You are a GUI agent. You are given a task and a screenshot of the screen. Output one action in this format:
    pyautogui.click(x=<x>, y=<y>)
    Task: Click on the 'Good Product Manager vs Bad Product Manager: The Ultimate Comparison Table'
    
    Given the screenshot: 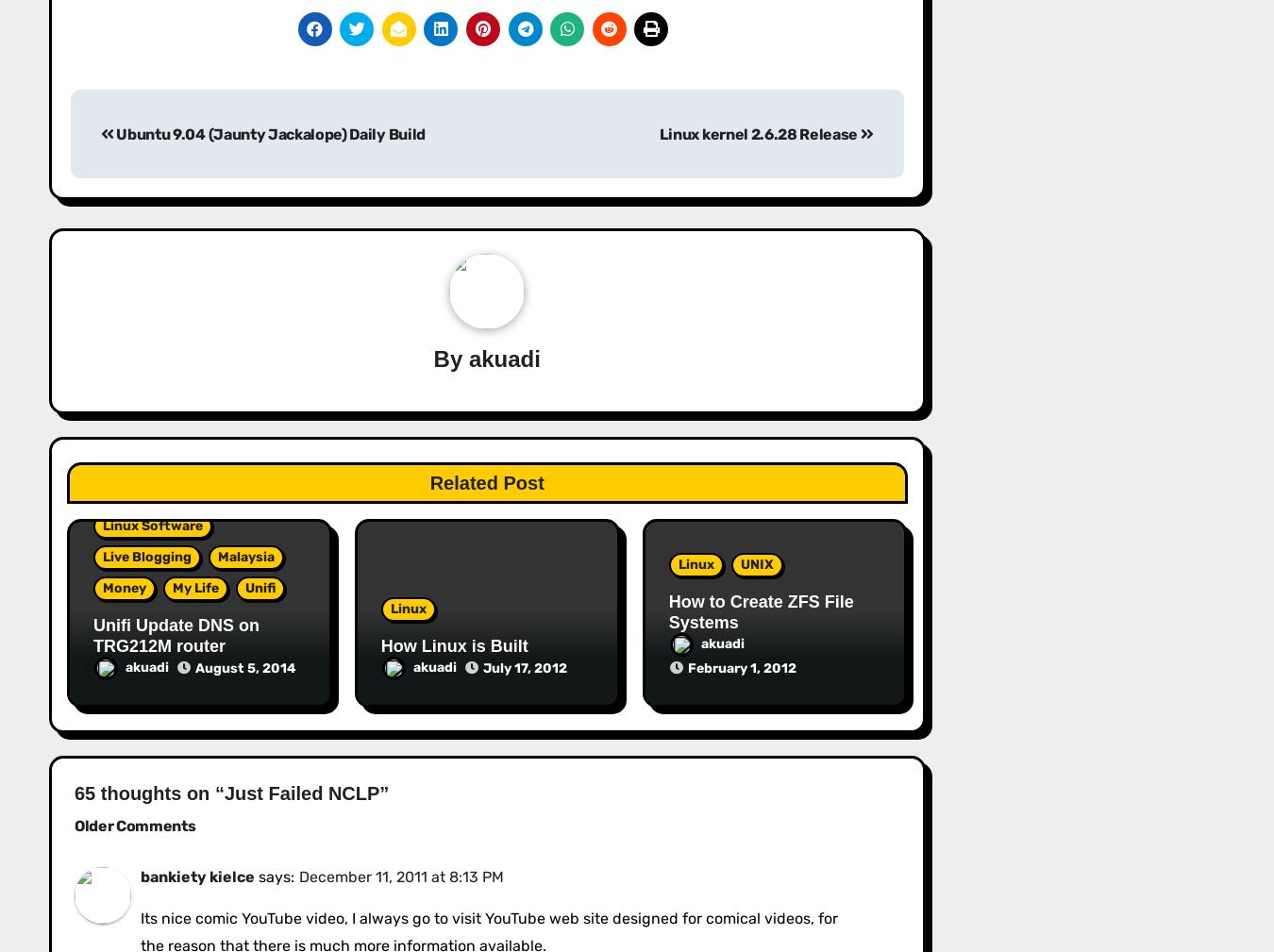 What is the action you would take?
    pyautogui.click(x=780, y=583)
    